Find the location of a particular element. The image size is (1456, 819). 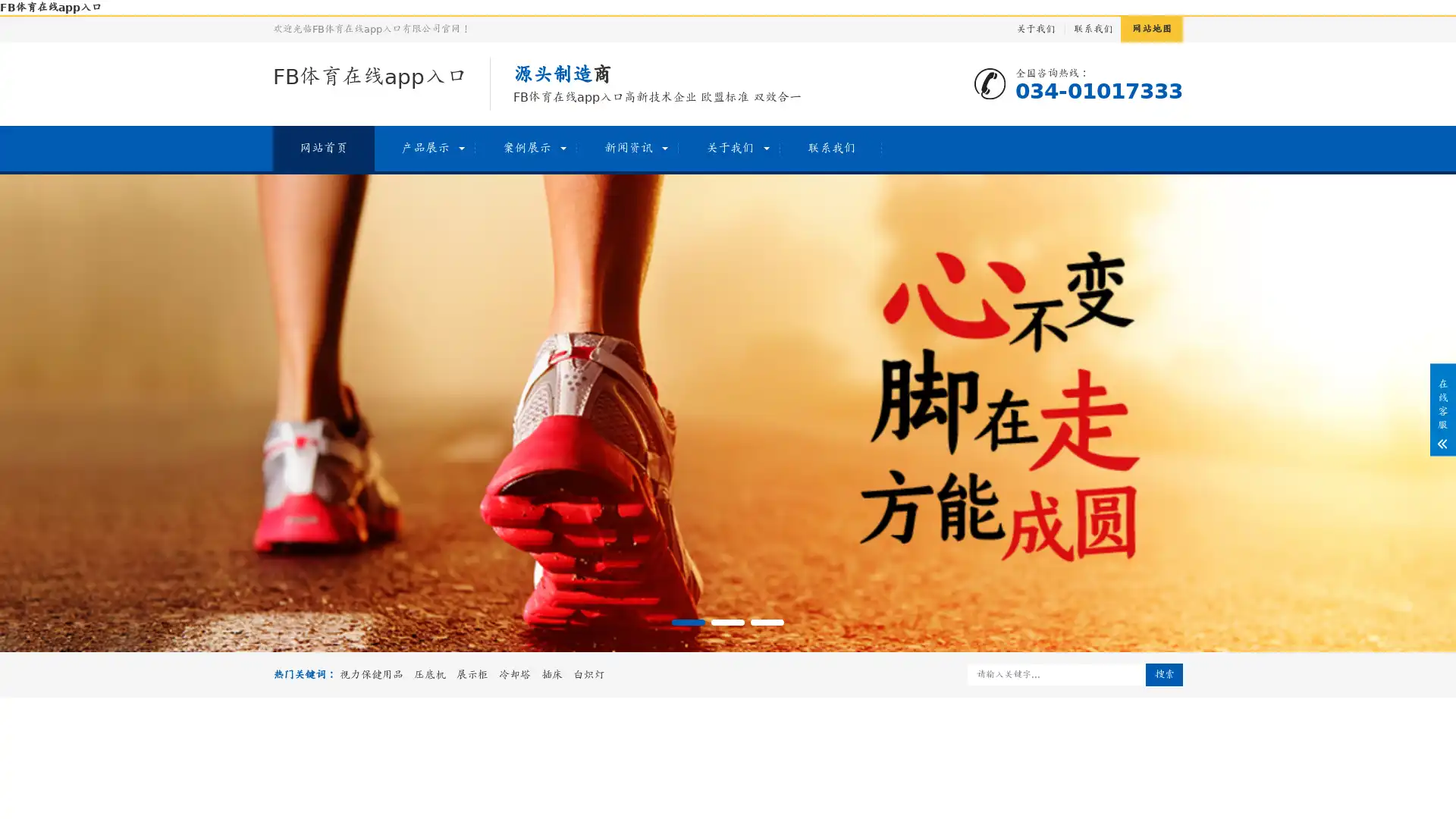

Go to slide 3 is located at coordinates (767, 623).